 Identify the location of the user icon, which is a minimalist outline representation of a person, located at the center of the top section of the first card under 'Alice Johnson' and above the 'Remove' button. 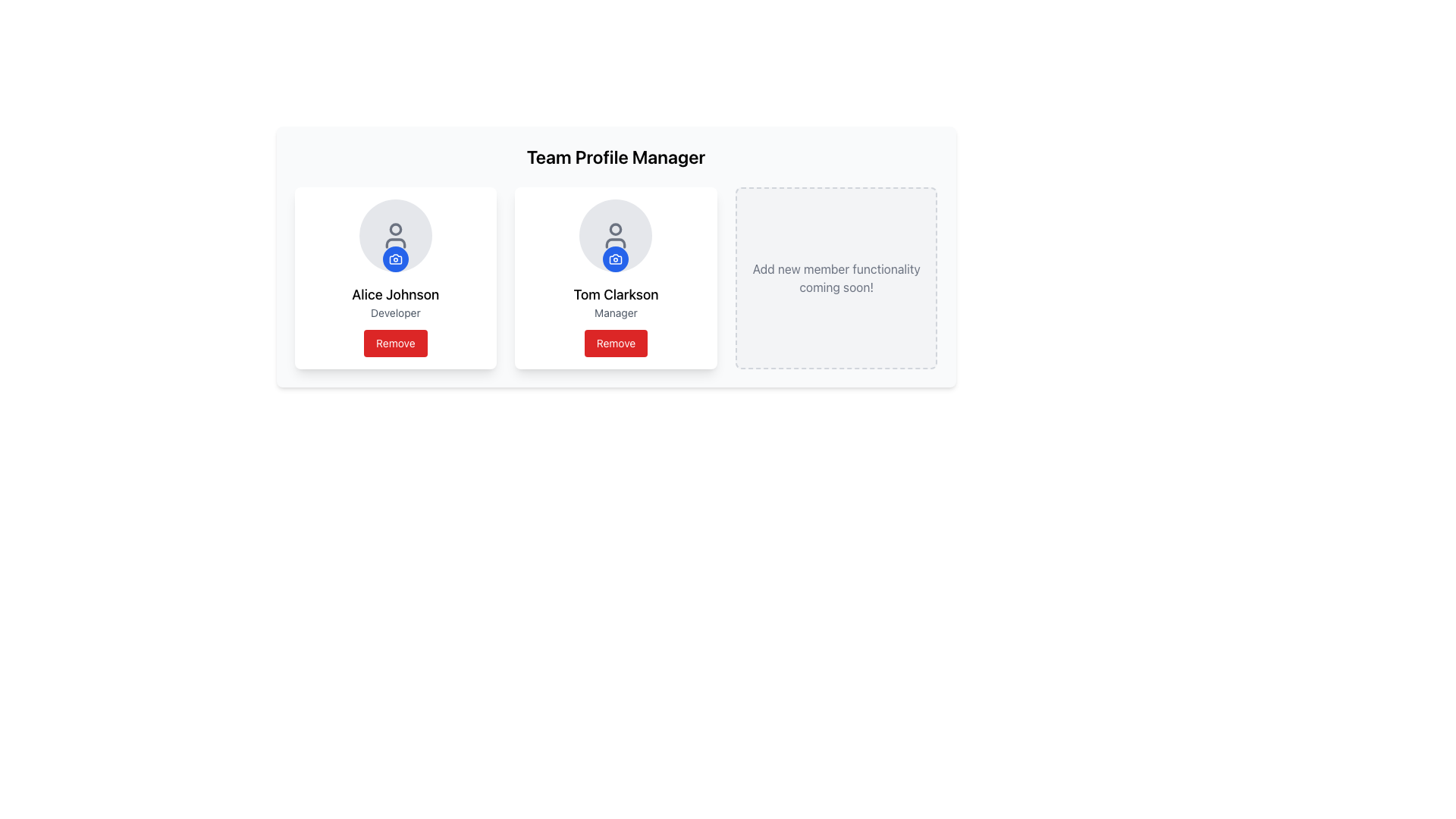
(395, 236).